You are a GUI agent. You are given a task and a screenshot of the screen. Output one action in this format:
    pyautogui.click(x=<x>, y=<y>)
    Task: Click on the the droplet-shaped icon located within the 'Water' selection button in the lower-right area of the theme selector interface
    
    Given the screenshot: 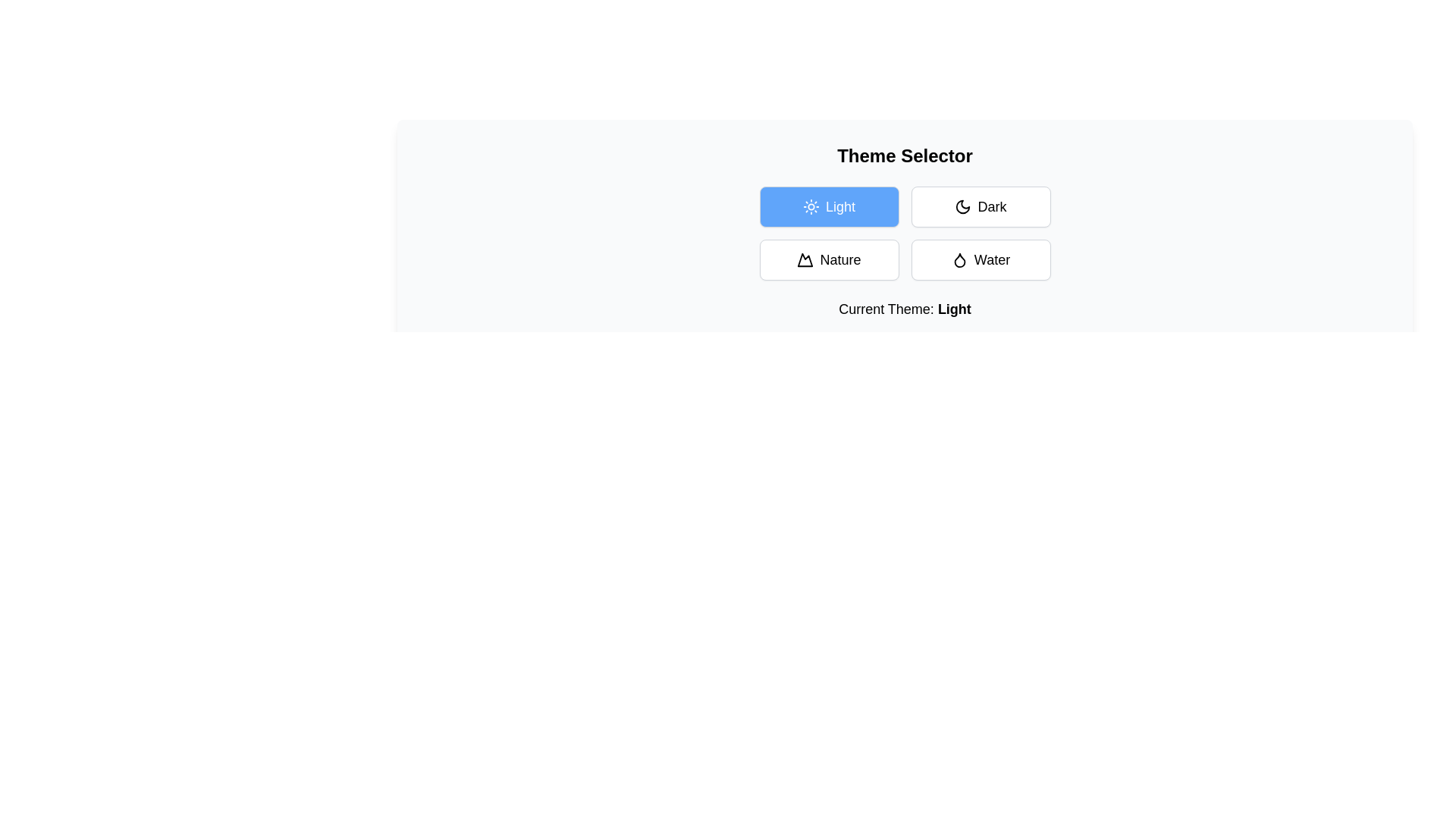 What is the action you would take?
    pyautogui.click(x=959, y=259)
    